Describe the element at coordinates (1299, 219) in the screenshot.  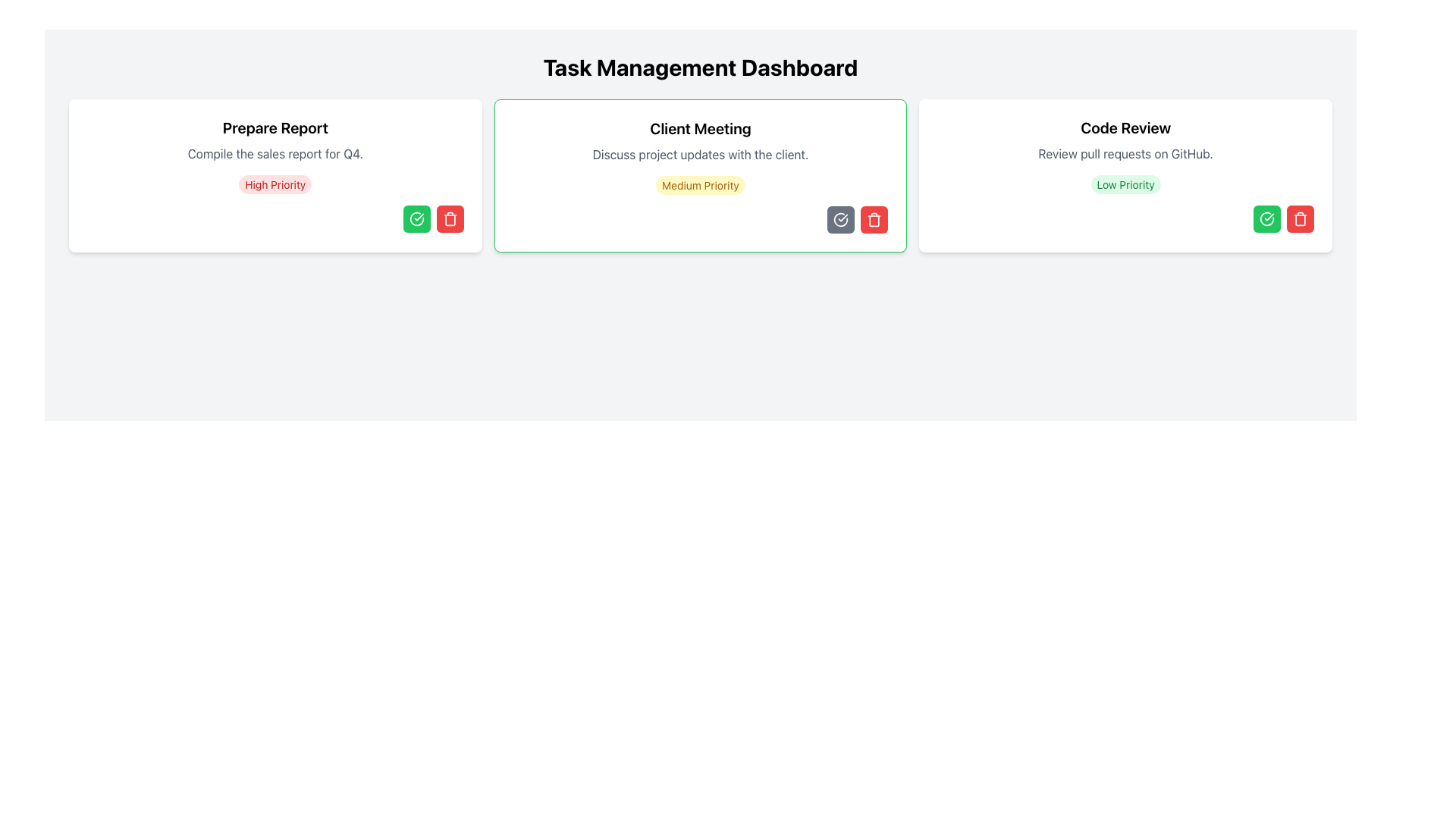
I see `the red rectangular button with rounded corners and a trash icon, located at the bottom right corner of the 'Code Review' task card` at that location.